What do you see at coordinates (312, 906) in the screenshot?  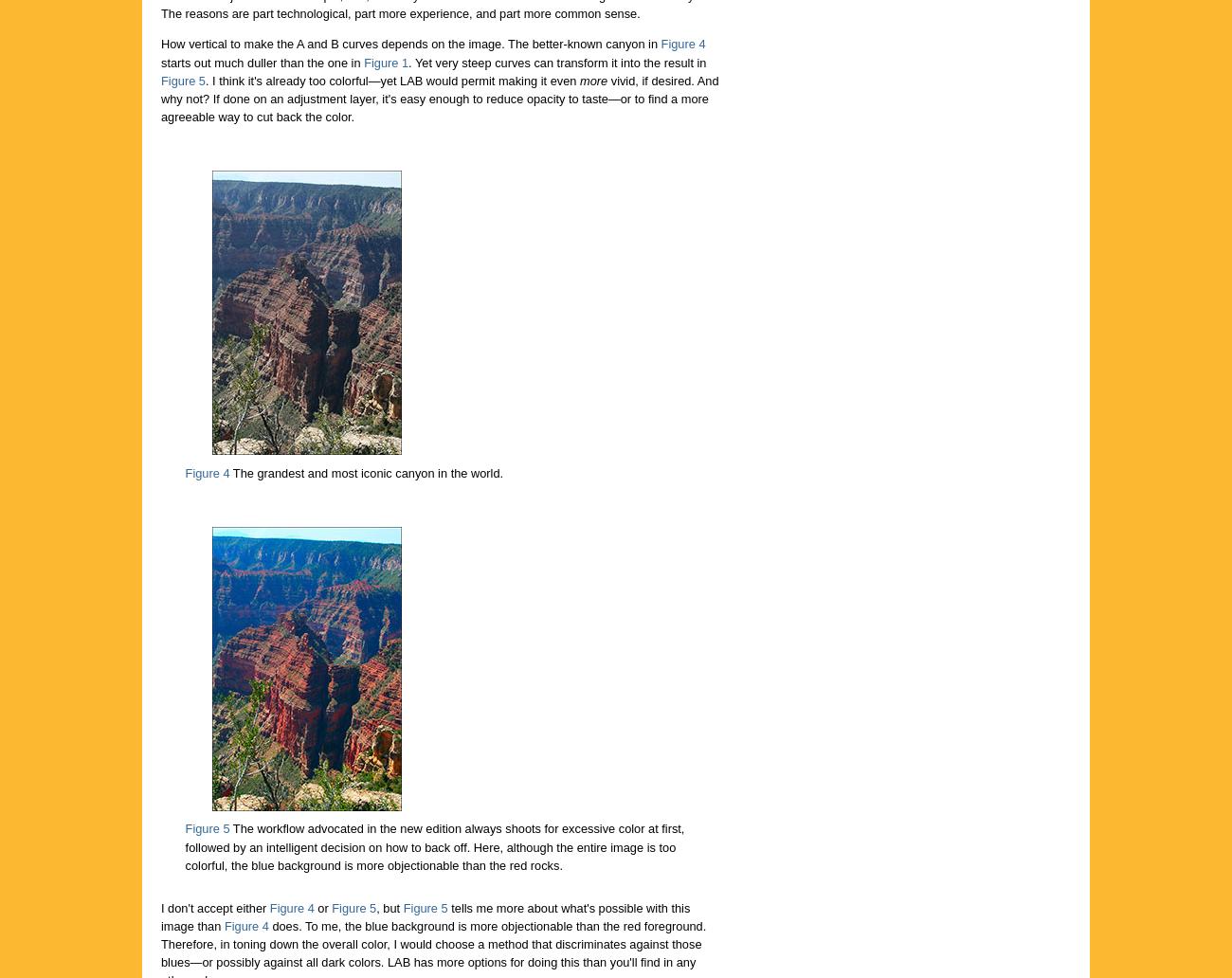 I see `'or'` at bounding box center [312, 906].